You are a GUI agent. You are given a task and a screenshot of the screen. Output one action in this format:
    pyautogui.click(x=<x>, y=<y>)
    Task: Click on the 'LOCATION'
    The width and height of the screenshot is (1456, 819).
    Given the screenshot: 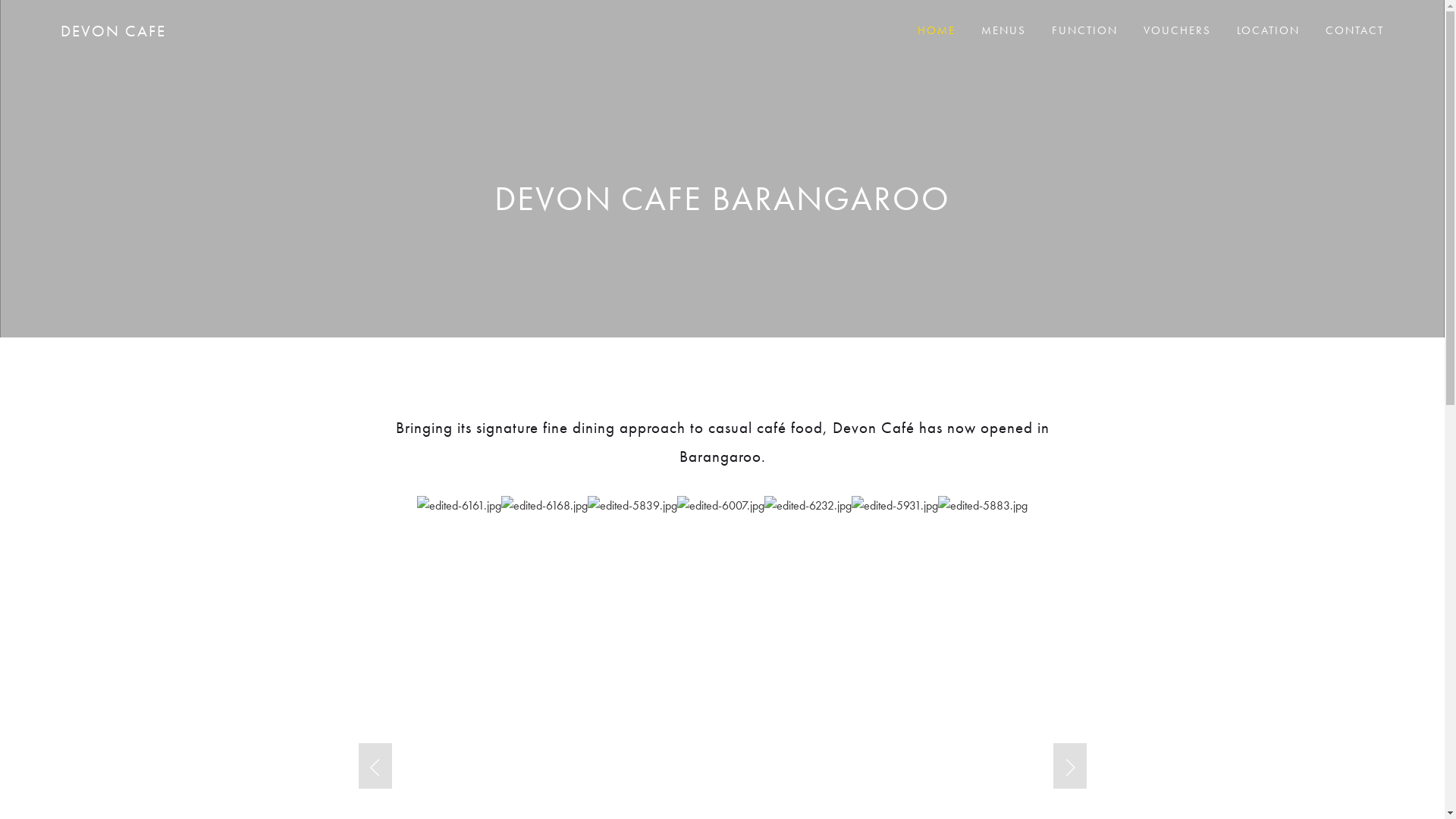 What is the action you would take?
    pyautogui.click(x=1268, y=30)
    